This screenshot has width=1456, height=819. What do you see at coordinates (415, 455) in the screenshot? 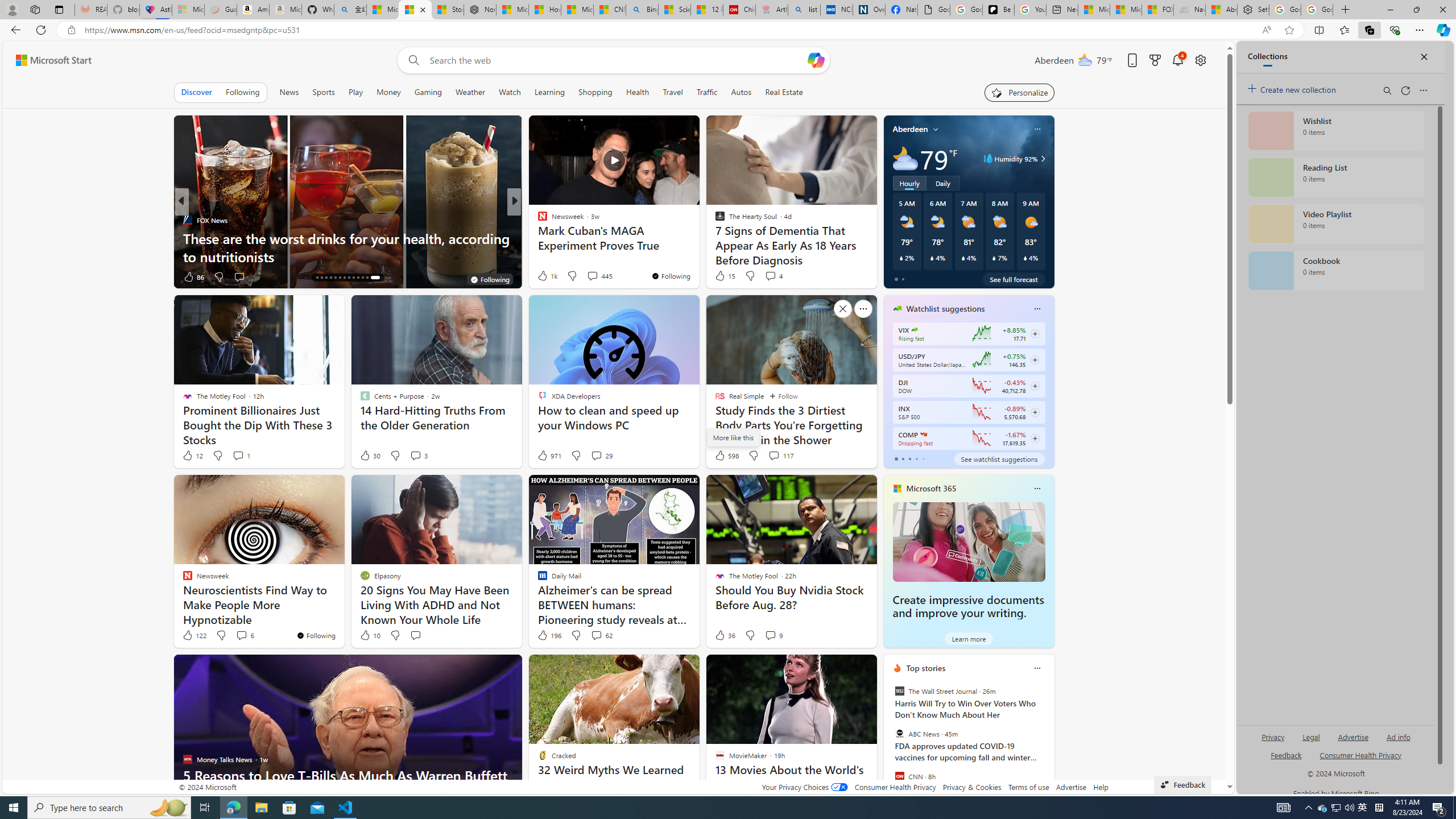
I see `'View comments 3 Comment'` at bounding box center [415, 455].